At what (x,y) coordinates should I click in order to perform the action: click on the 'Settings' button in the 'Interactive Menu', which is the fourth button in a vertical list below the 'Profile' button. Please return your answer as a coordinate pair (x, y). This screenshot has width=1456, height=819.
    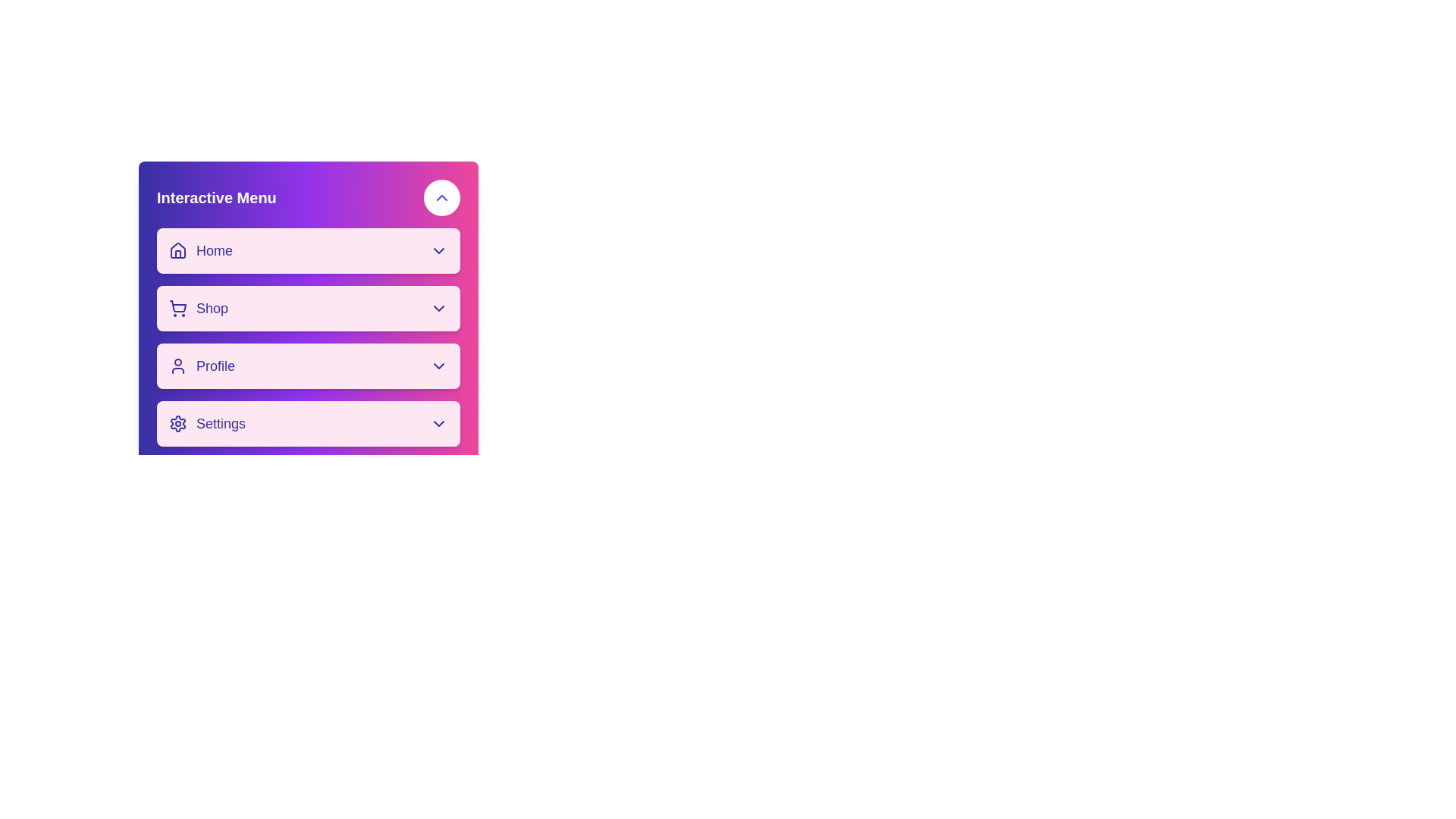
    Looking at the image, I should click on (308, 424).